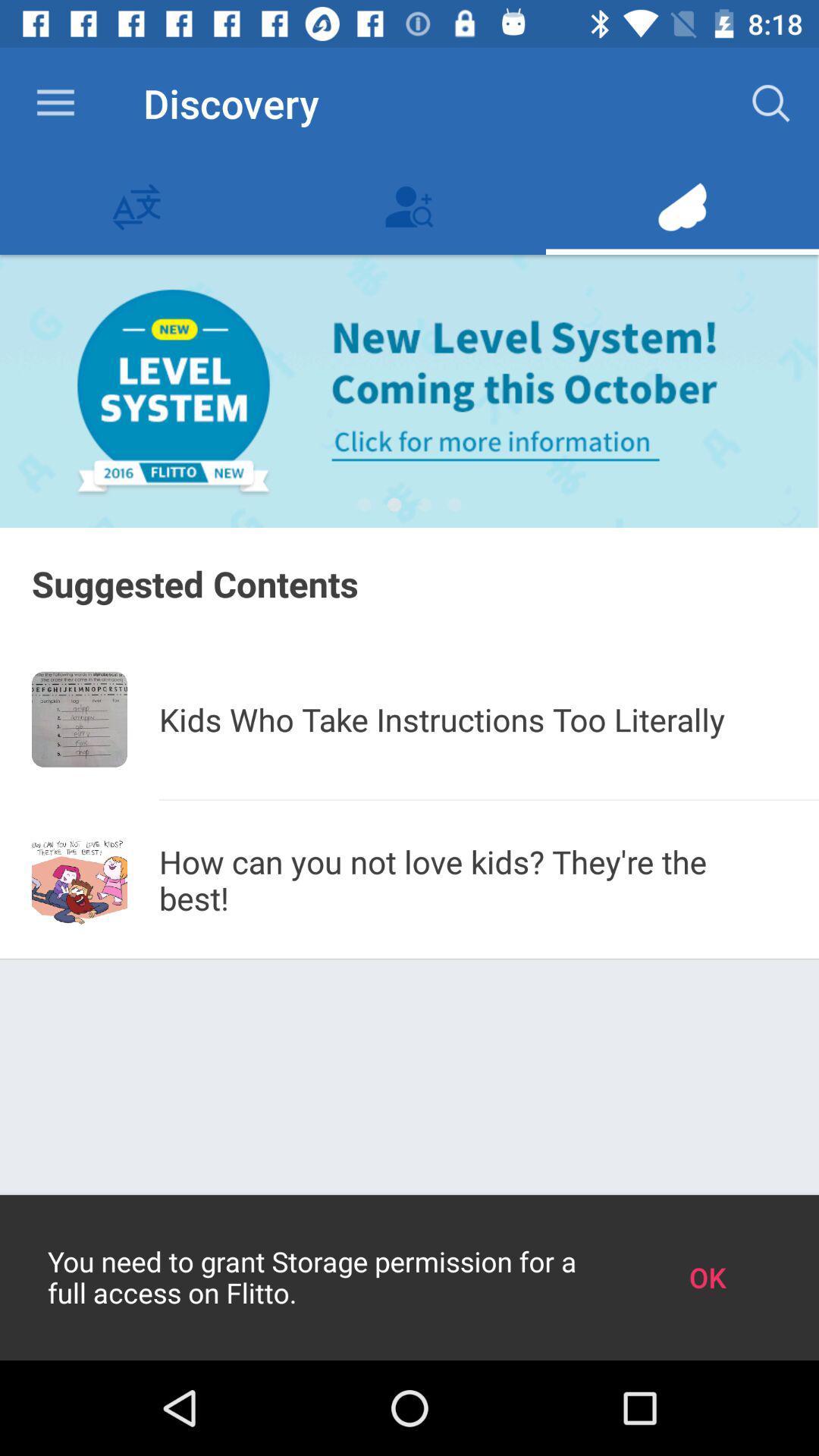 The width and height of the screenshot is (819, 1456). I want to click on icon above the suggested contents item, so click(424, 504).